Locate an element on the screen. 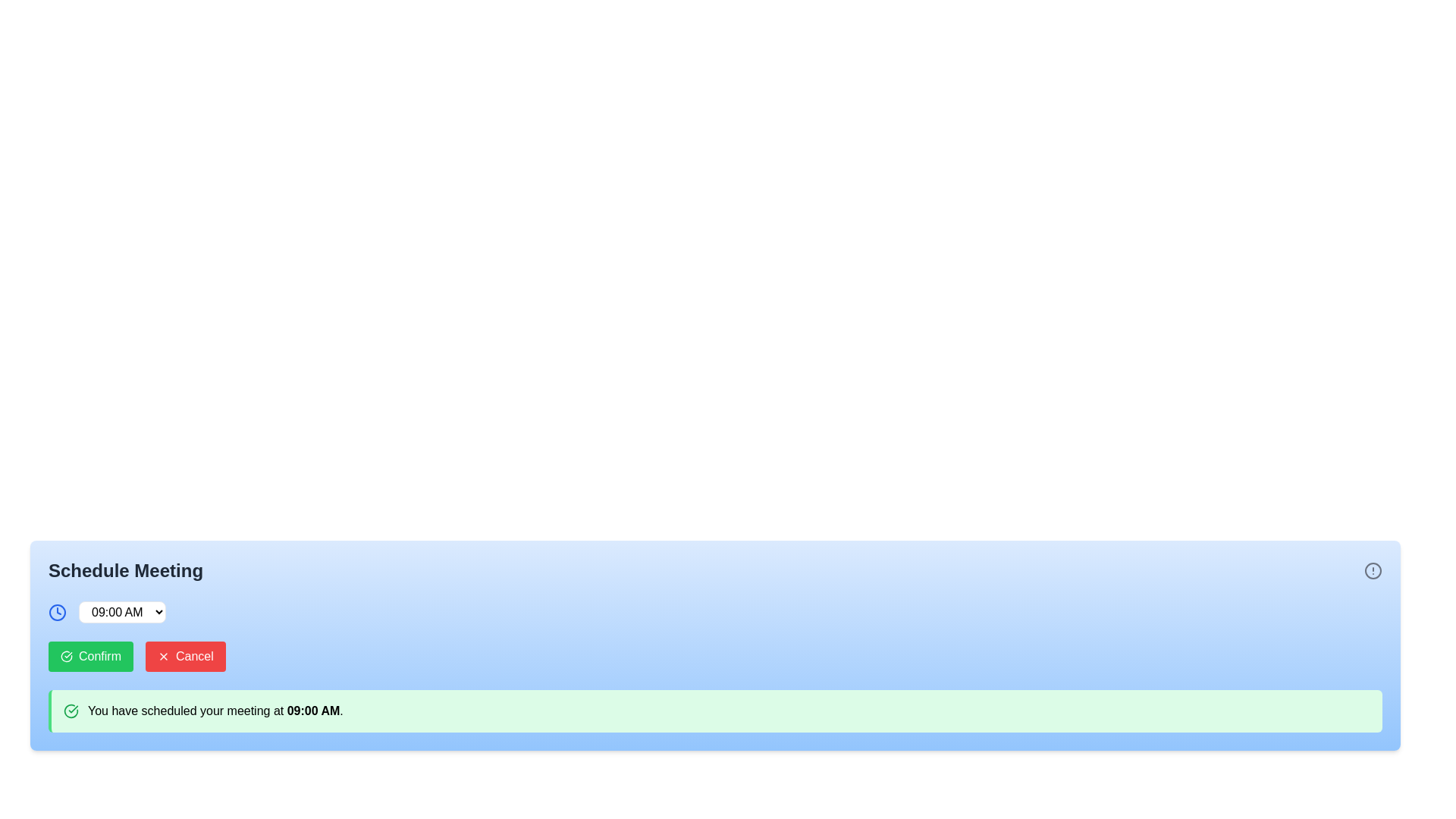  the bold and large-sized text displaying 'Schedule Meeting' in dark gray color located in the upper-left corner of the blue section is located at coordinates (126, 570).